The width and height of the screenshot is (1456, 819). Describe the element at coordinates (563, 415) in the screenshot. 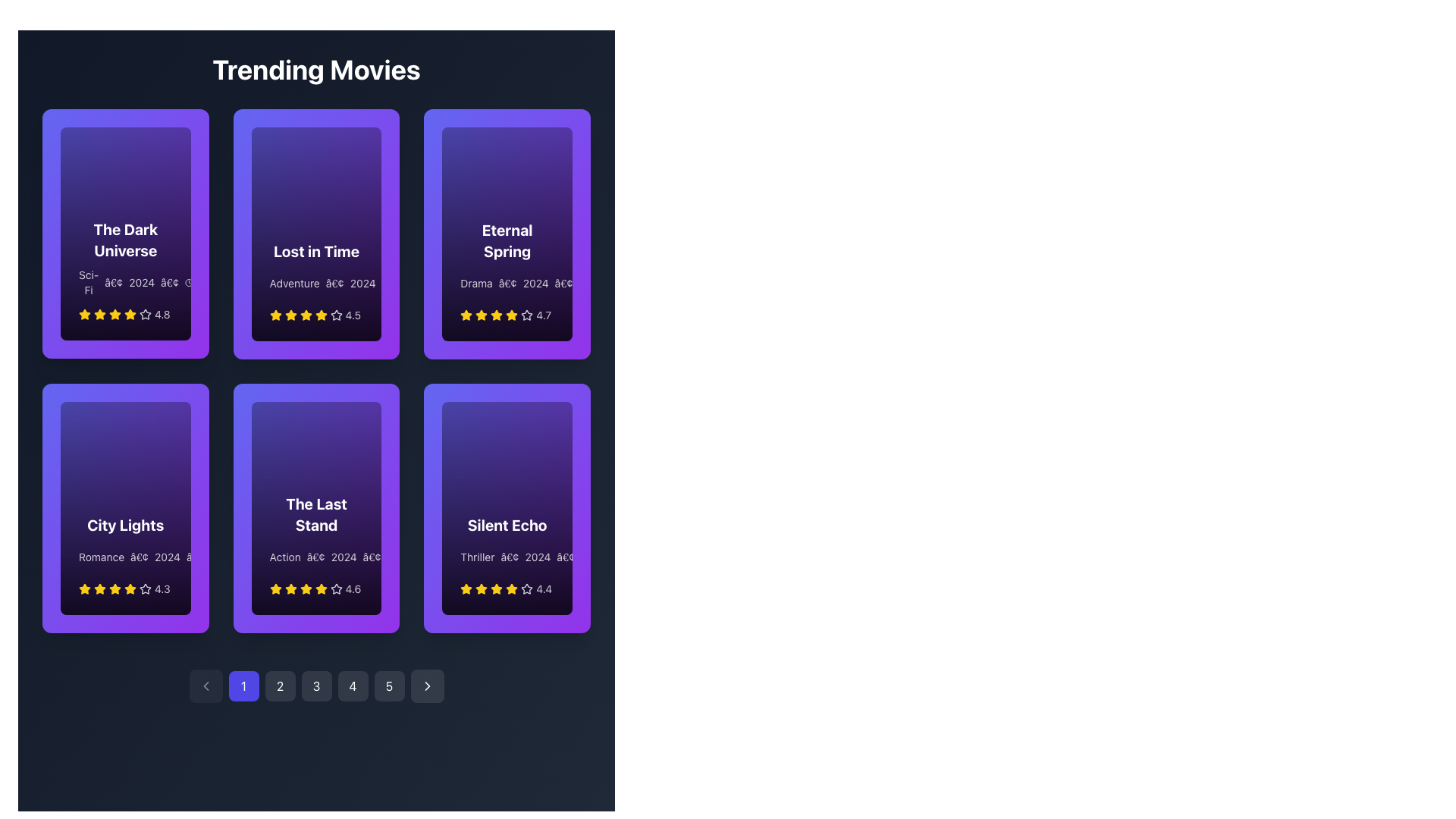

I see `the circular indigo button with a white play icon in the center, located at the top-right corner of the 'Silent Echo' card, to initiate an action` at that location.